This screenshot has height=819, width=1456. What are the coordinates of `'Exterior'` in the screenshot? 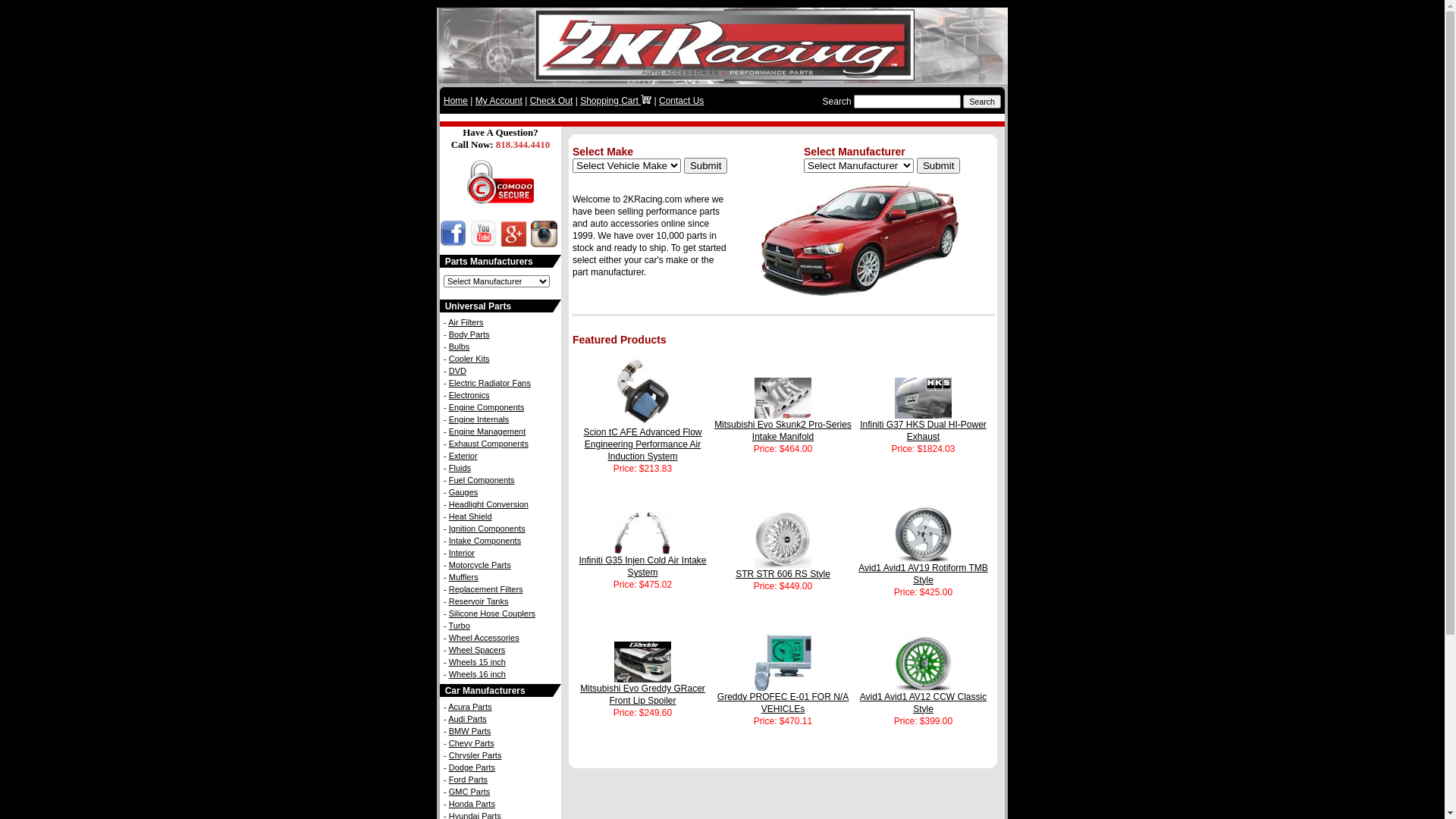 It's located at (462, 455).